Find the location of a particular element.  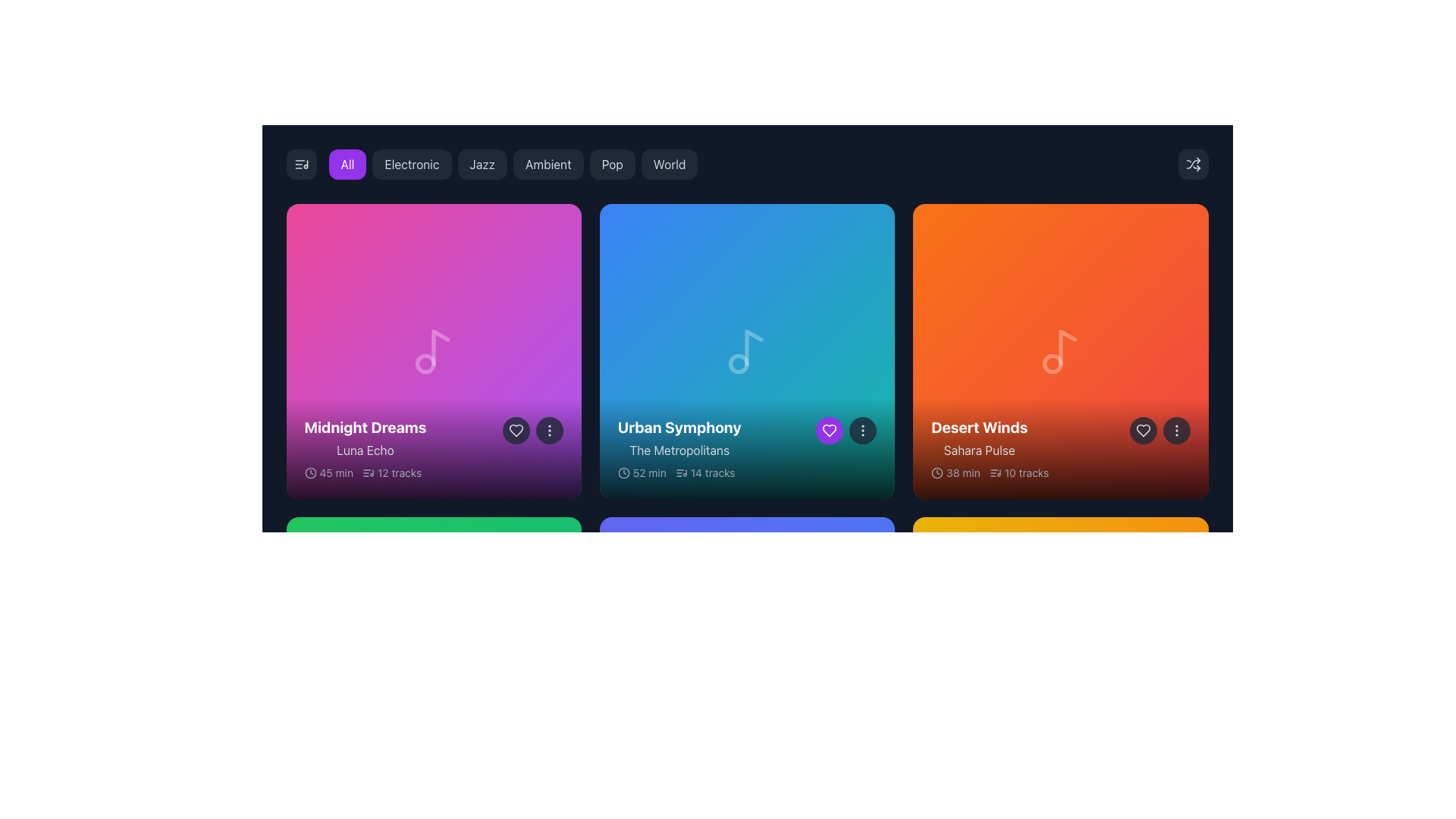

text providing metadata about the album 'Urban Symphony' by 'The Metropolitans', which includes its duration of 52 minutes and number of tracks being 14 is located at coordinates (676, 472).